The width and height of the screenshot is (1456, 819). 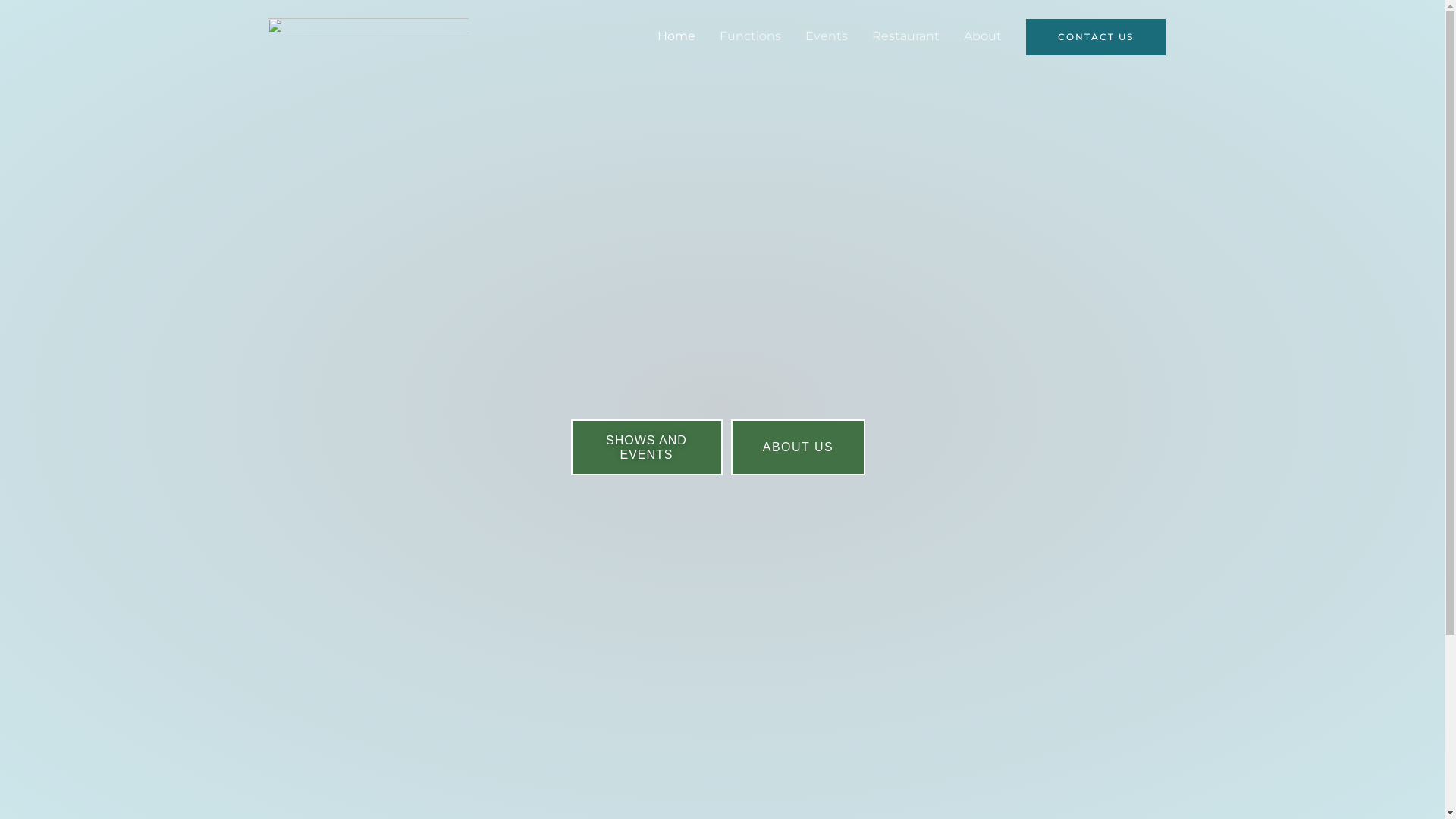 I want to click on 'Events', so click(x=825, y=35).